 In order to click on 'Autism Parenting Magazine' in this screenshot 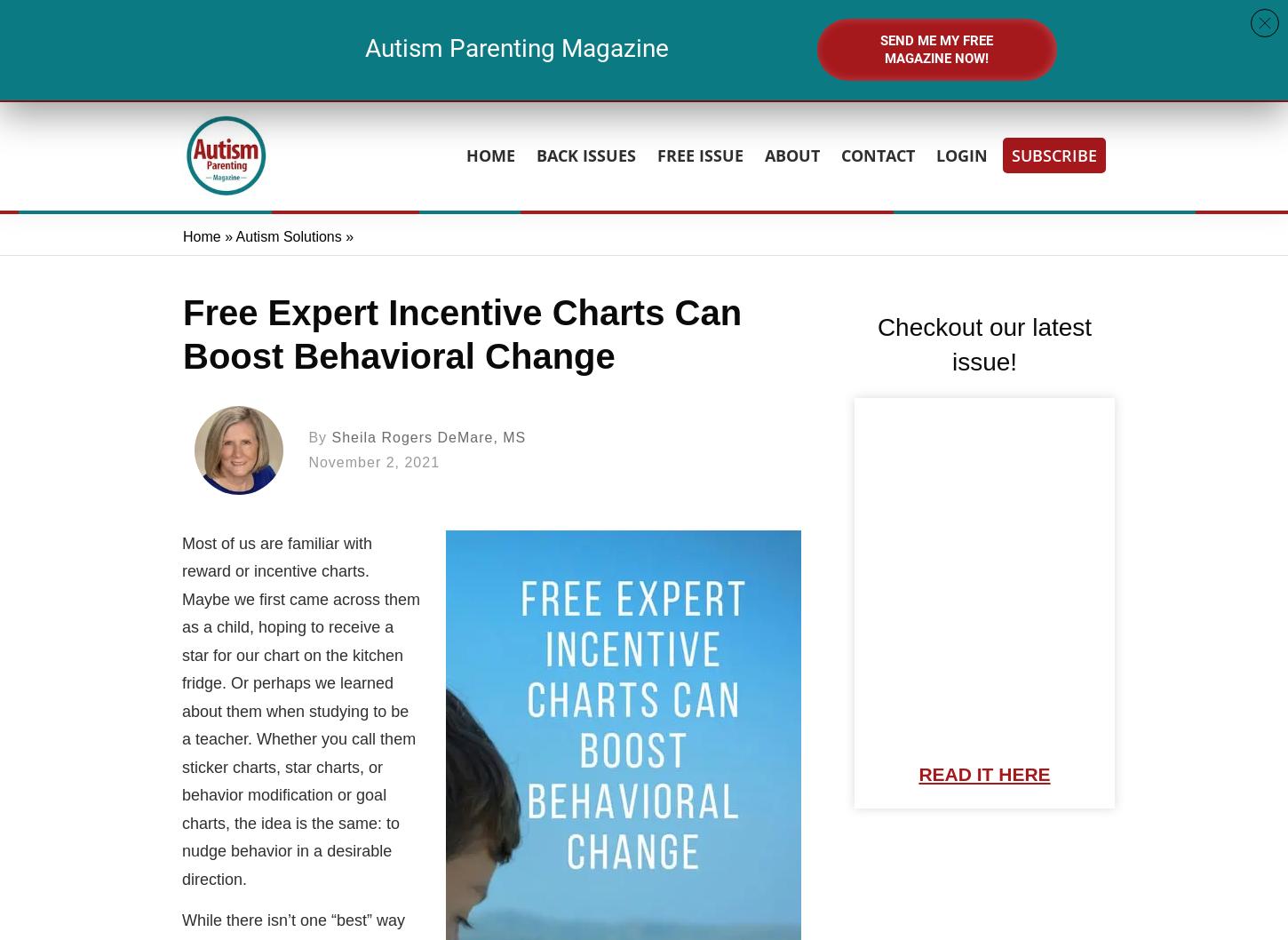, I will do `click(363, 47)`.